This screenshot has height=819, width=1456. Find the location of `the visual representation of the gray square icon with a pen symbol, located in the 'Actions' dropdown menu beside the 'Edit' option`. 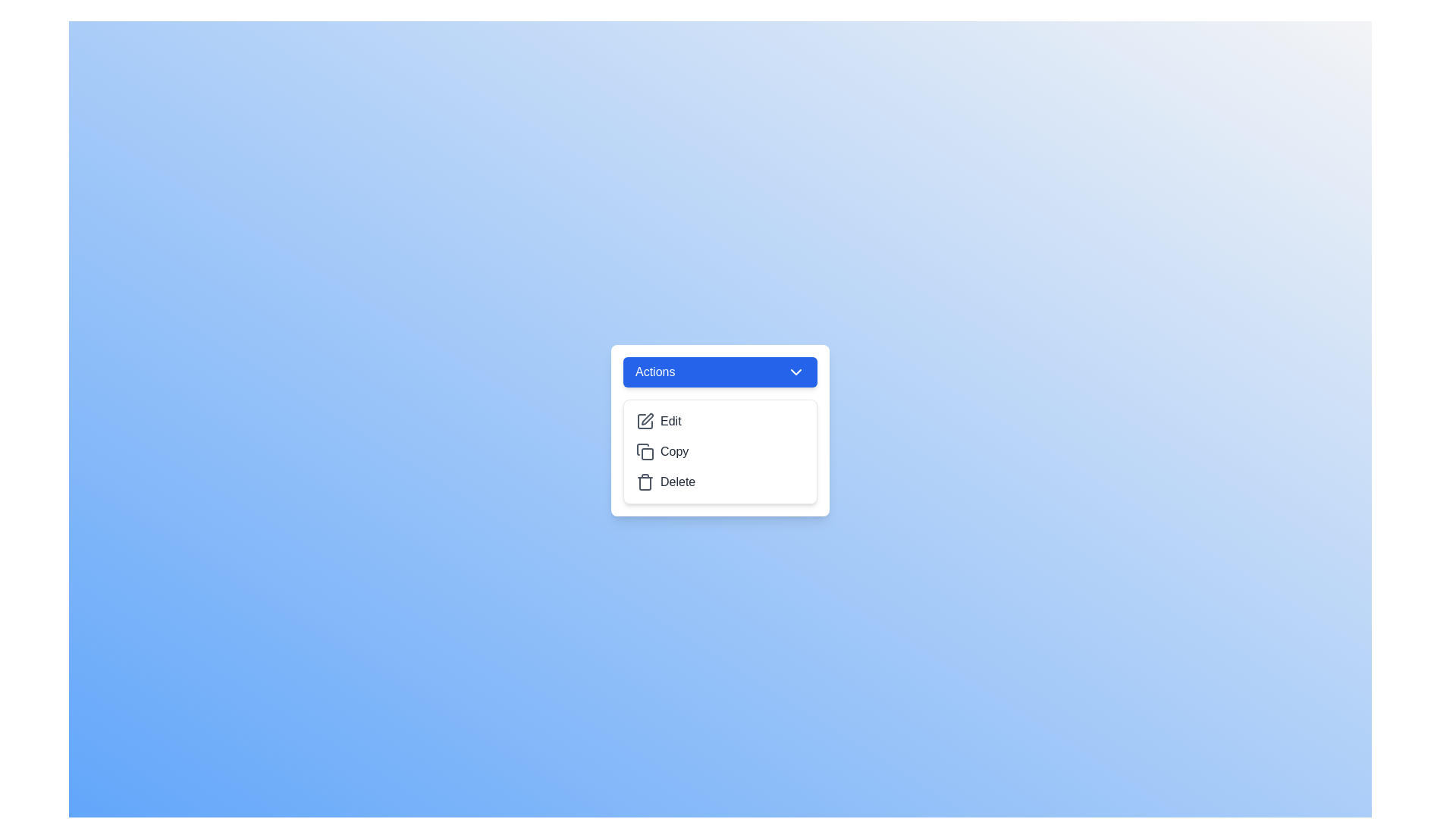

the visual representation of the gray square icon with a pen symbol, located in the 'Actions' dropdown menu beside the 'Edit' option is located at coordinates (645, 421).